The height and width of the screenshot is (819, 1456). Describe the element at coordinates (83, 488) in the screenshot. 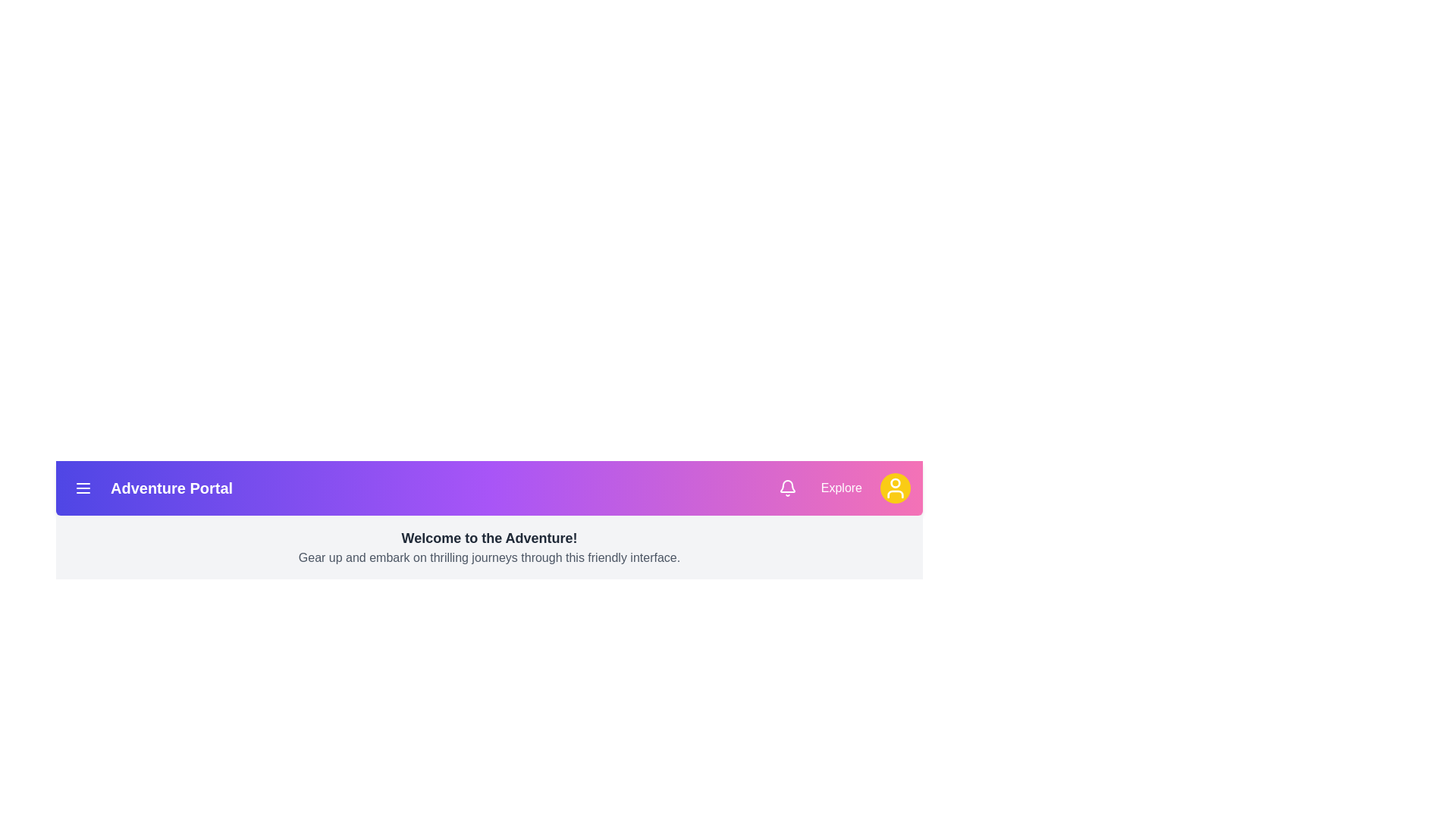

I see `the menu button to open the navigation options` at that location.